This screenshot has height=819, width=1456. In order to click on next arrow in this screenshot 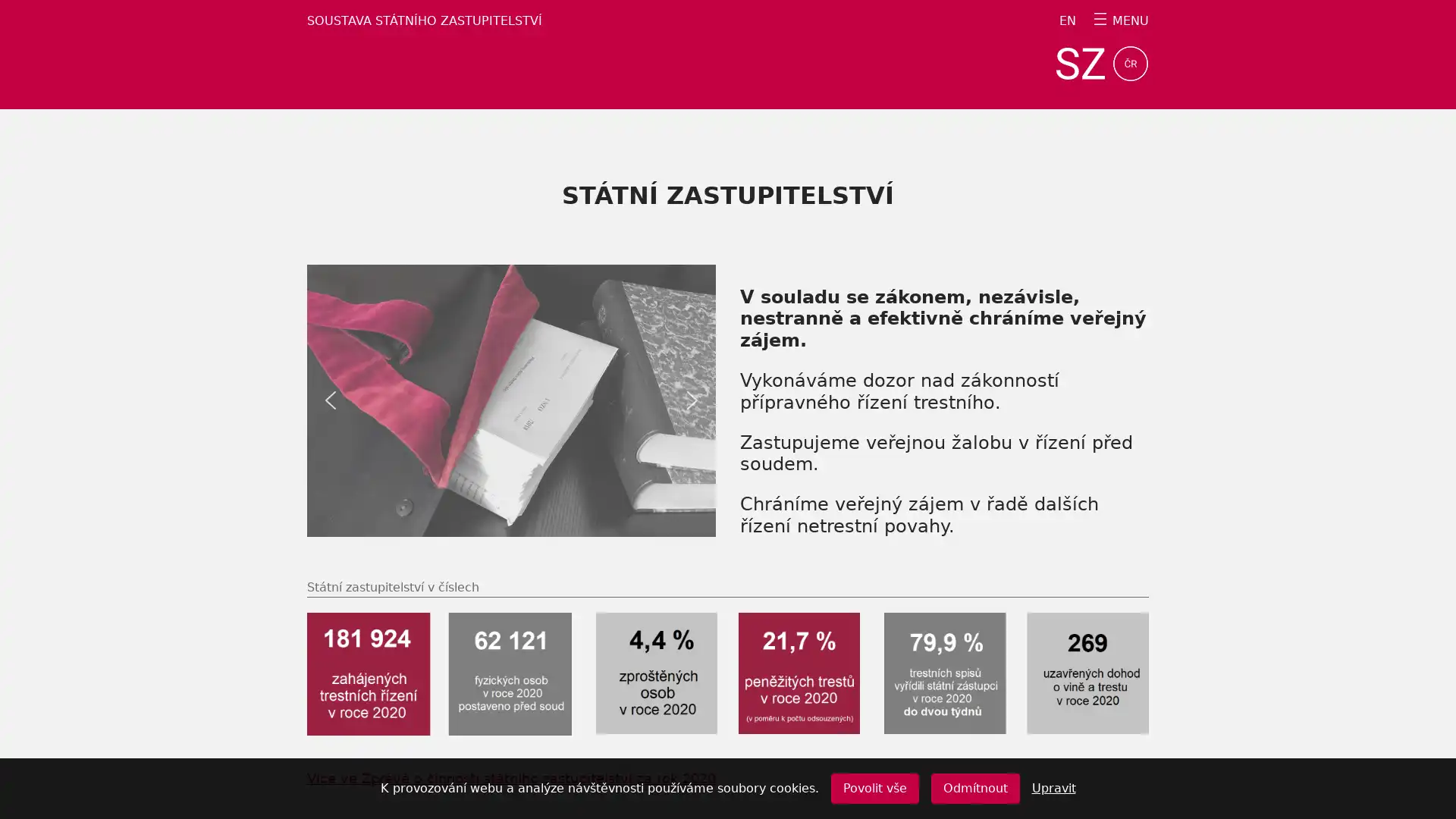, I will do `click(691, 400)`.